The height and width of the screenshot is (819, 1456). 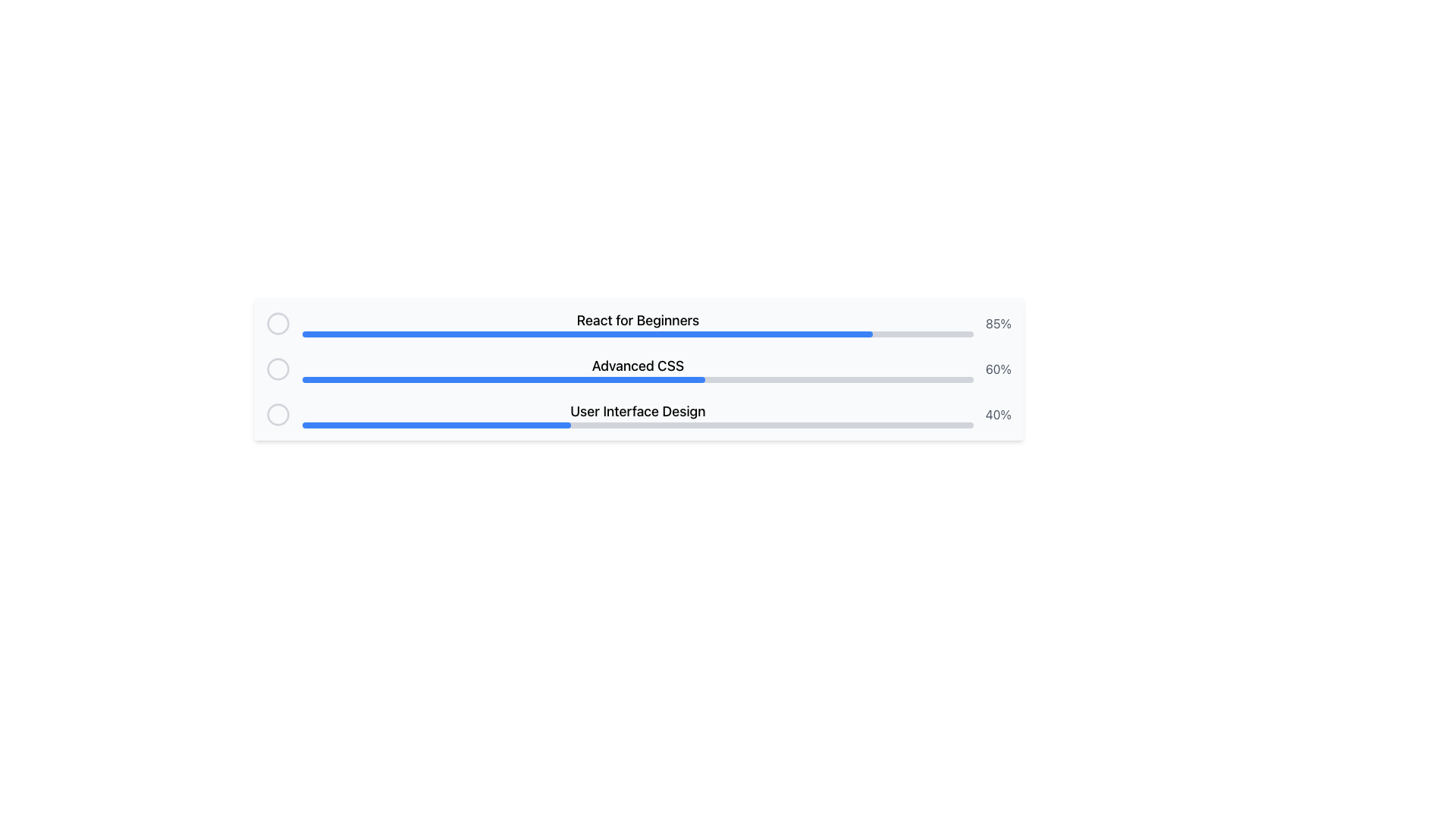 I want to click on dimensions of the progress bar representing the completion of the 'Advanced CSS' course, which shows that 60% of the course has been completed, so click(x=638, y=379).